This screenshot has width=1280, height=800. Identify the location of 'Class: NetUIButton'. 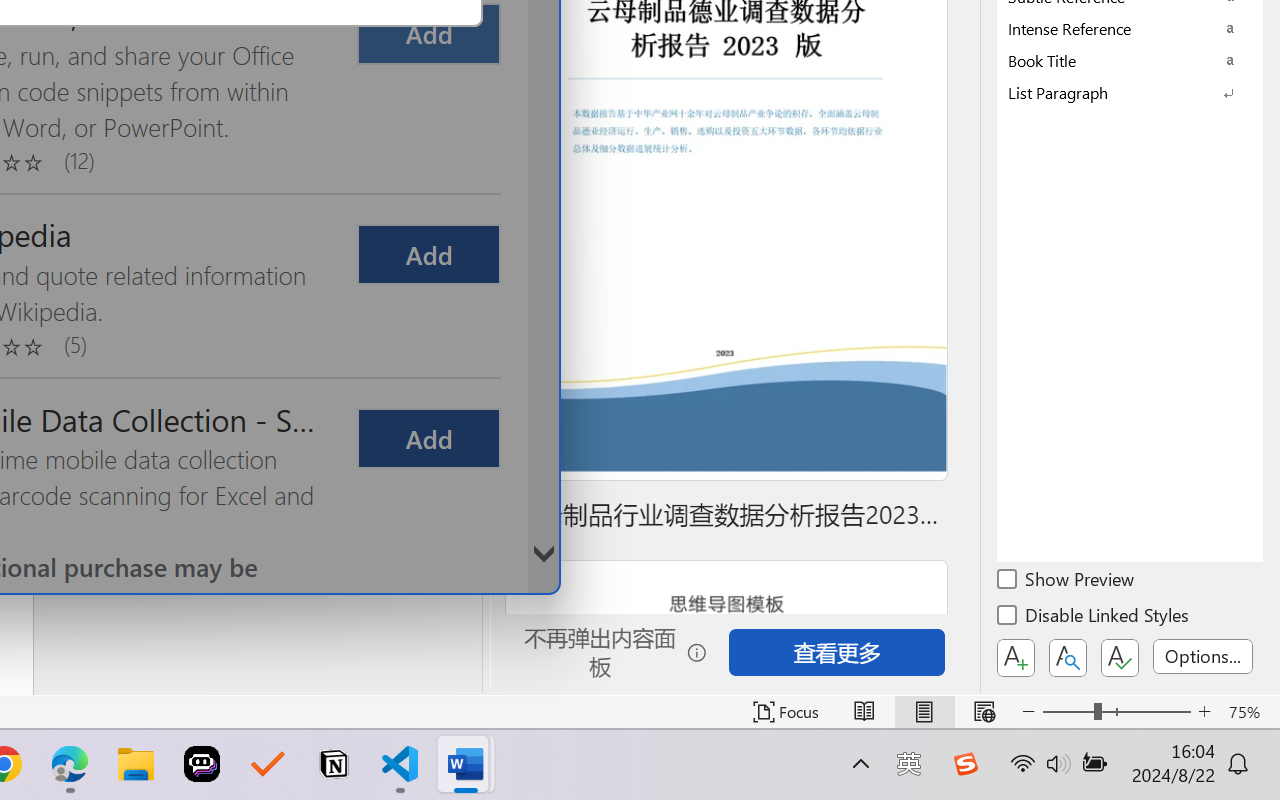
(1120, 657).